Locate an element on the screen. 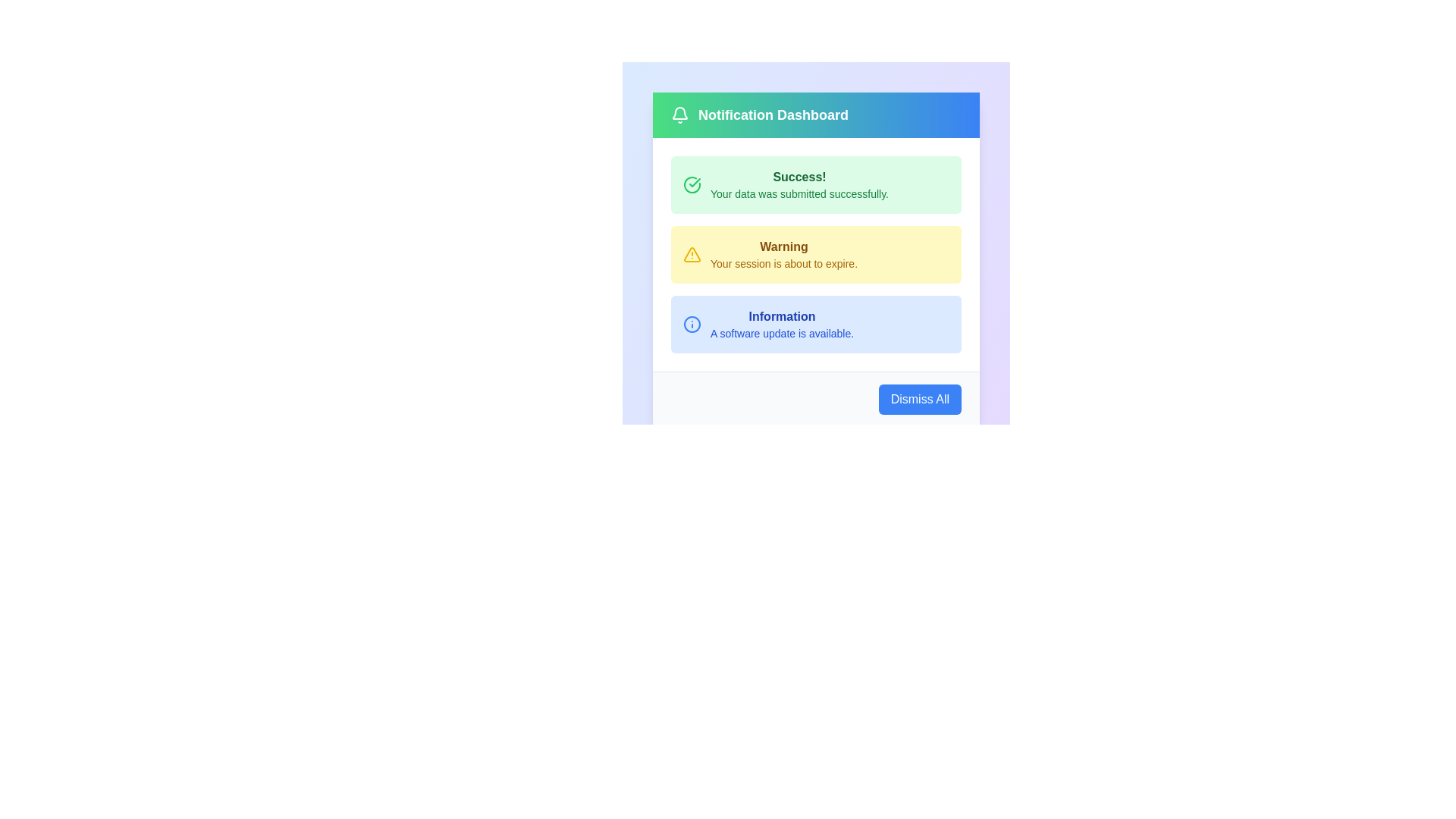  the notification icon located to the left of the 'Notification Dashboard' text in the header section of the interface is located at coordinates (679, 114).